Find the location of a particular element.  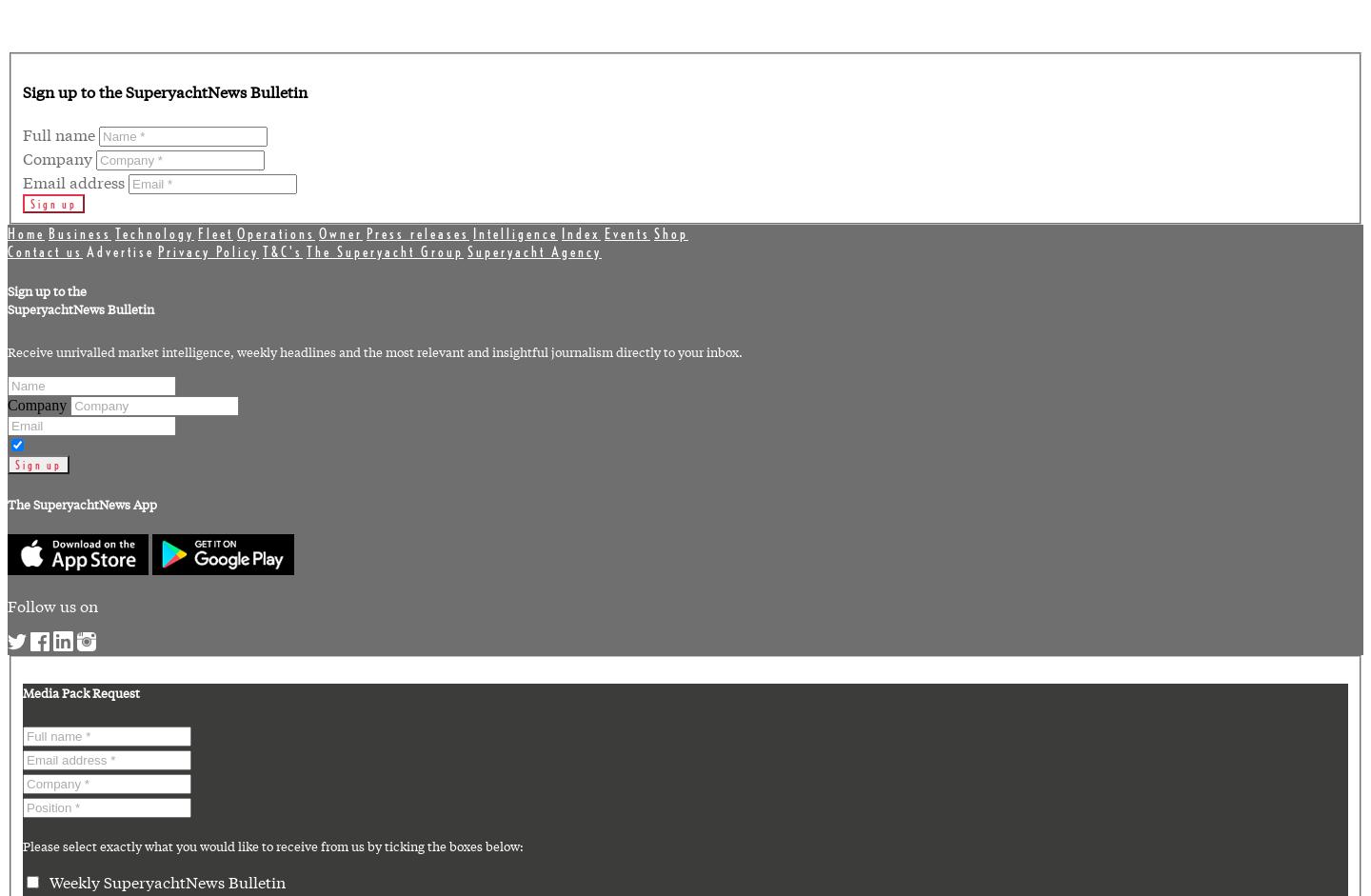

'Advertise' is located at coordinates (119, 250).